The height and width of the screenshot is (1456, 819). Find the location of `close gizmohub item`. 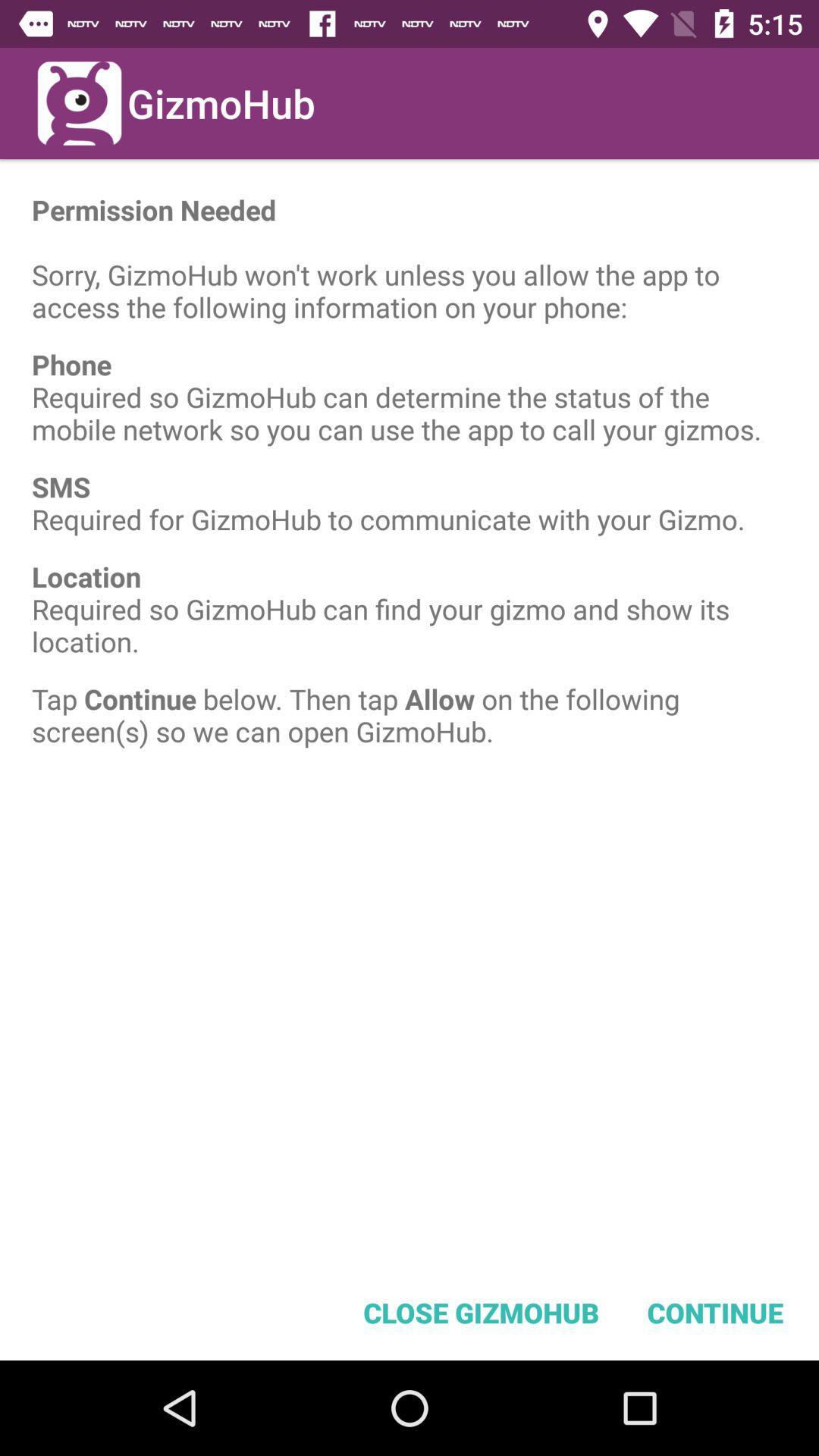

close gizmohub item is located at coordinates (481, 1312).